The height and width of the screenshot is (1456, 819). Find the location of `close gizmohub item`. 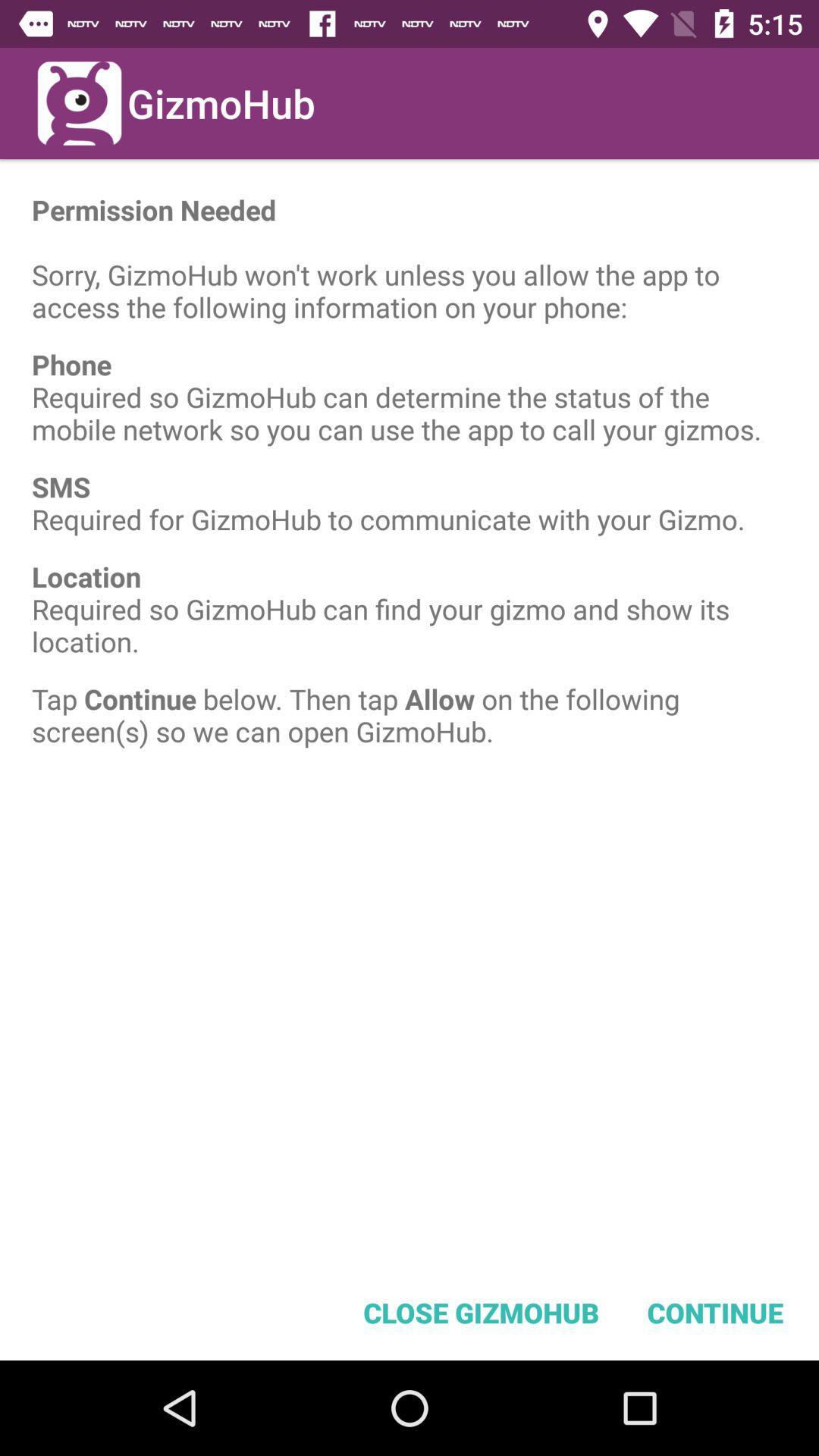

close gizmohub item is located at coordinates (481, 1312).